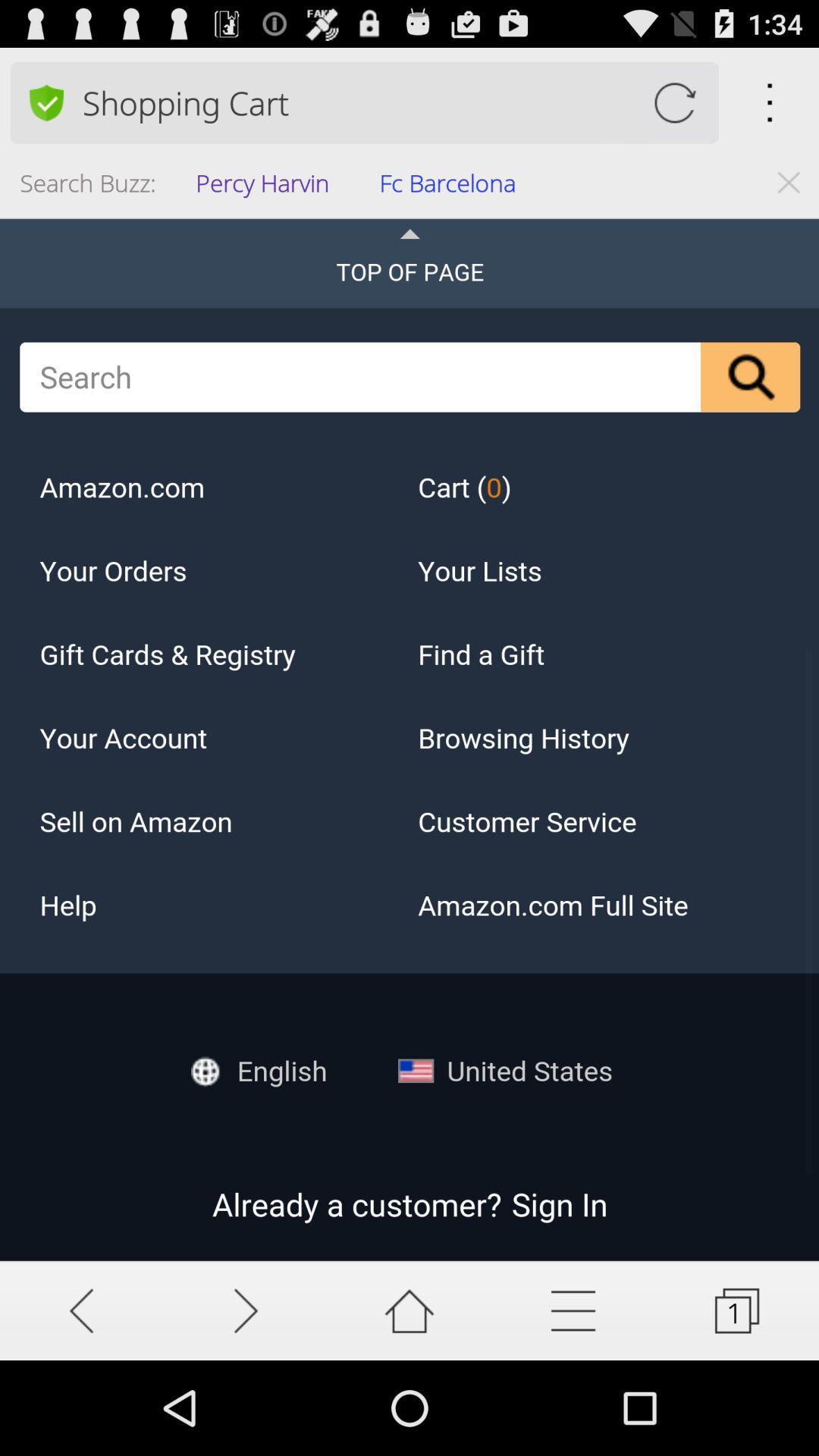 Image resolution: width=819 pixels, height=1456 pixels. What do you see at coordinates (45, 102) in the screenshot?
I see `check if website is secure` at bounding box center [45, 102].